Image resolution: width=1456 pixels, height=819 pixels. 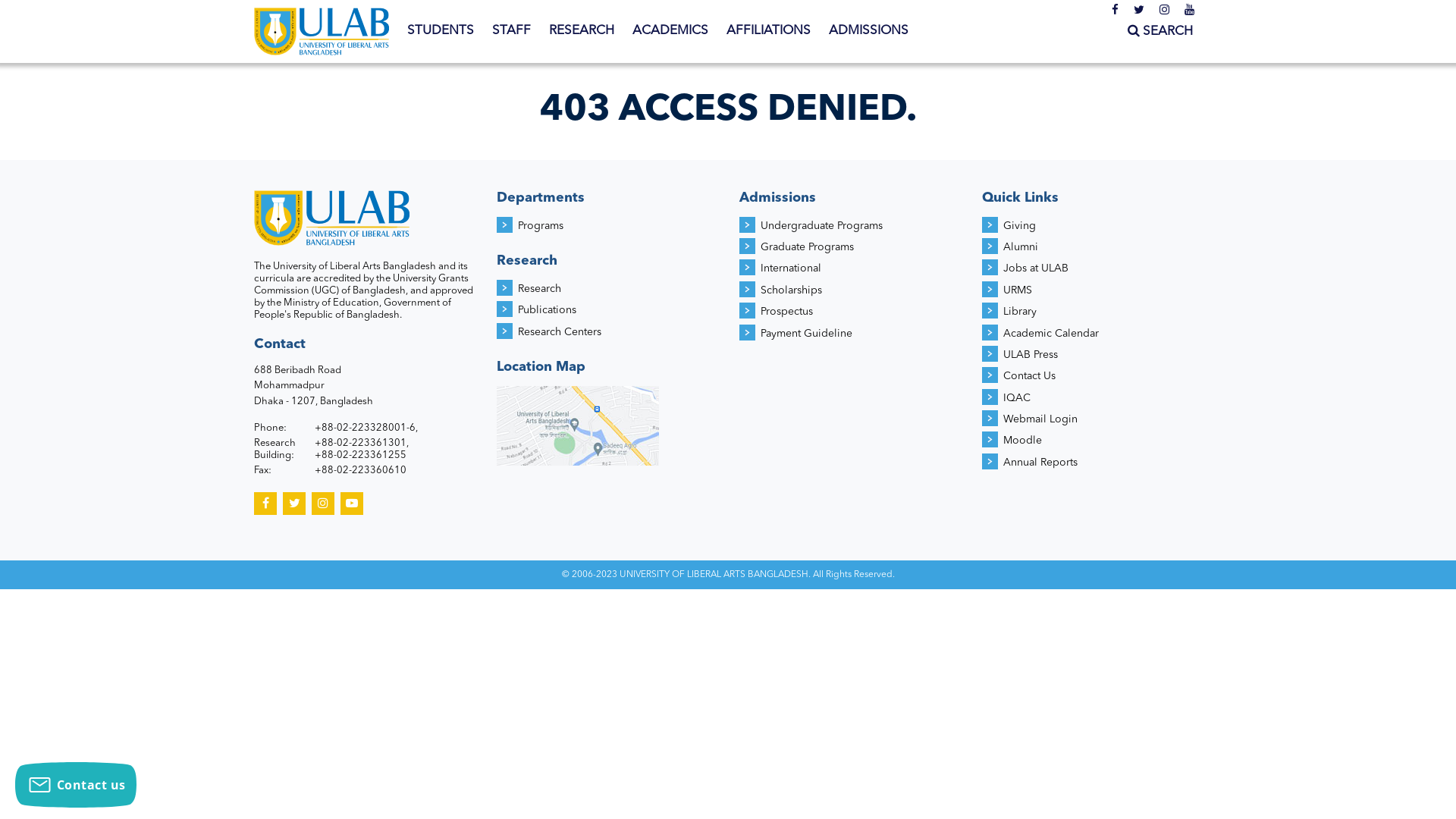 What do you see at coordinates (768, 31) in the screenshot?
I see `'AFFILIATIONS'` at bounding box center [768, 31].